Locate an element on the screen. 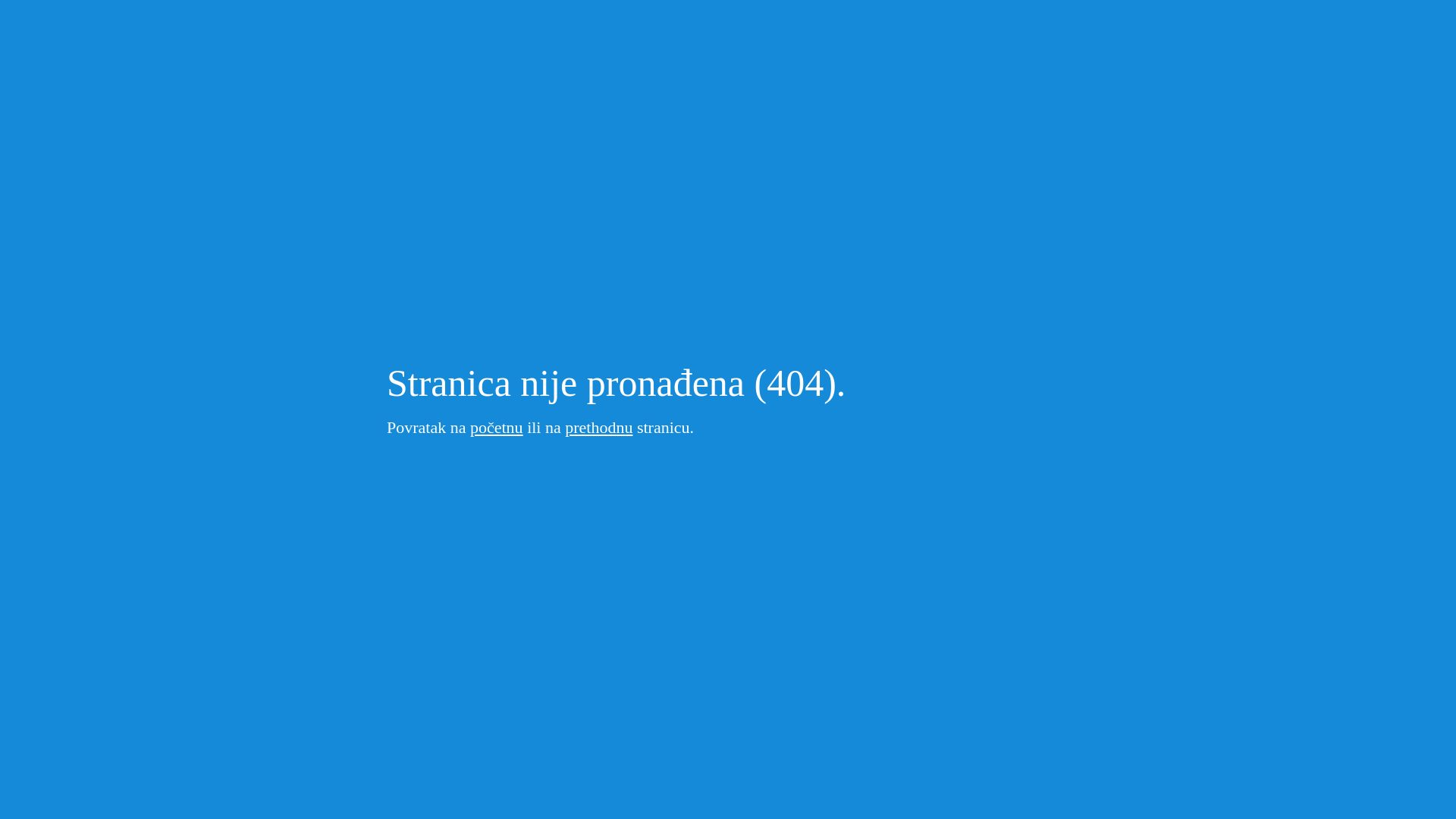 Image resolution: width=1456 pixels, height=819 pixels. 'prethodnu' is located at coordinates (598, 427).